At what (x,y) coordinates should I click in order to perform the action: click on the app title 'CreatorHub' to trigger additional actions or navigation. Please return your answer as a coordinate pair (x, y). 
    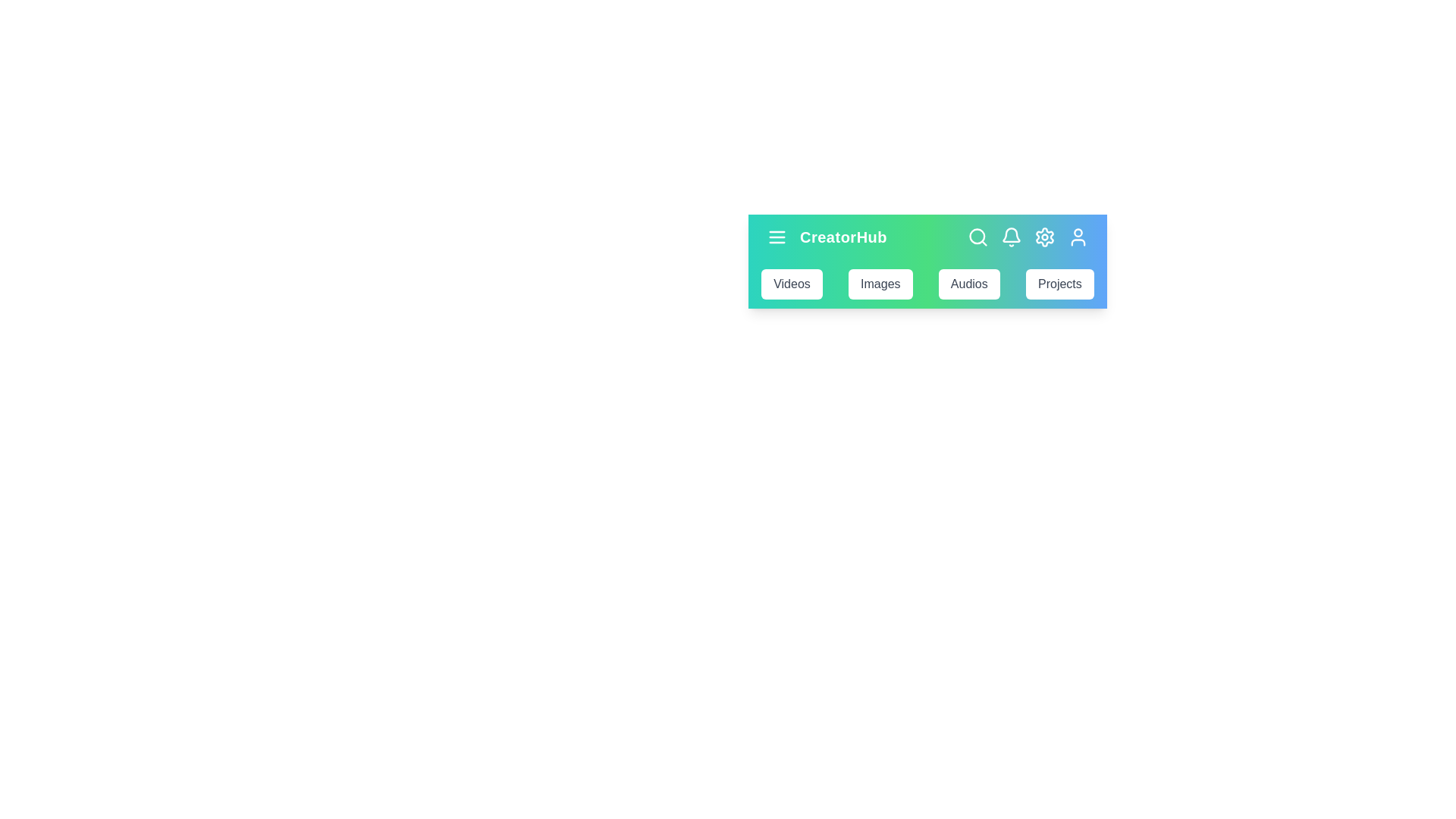
    Looking at the image, I should click on (843, 237).